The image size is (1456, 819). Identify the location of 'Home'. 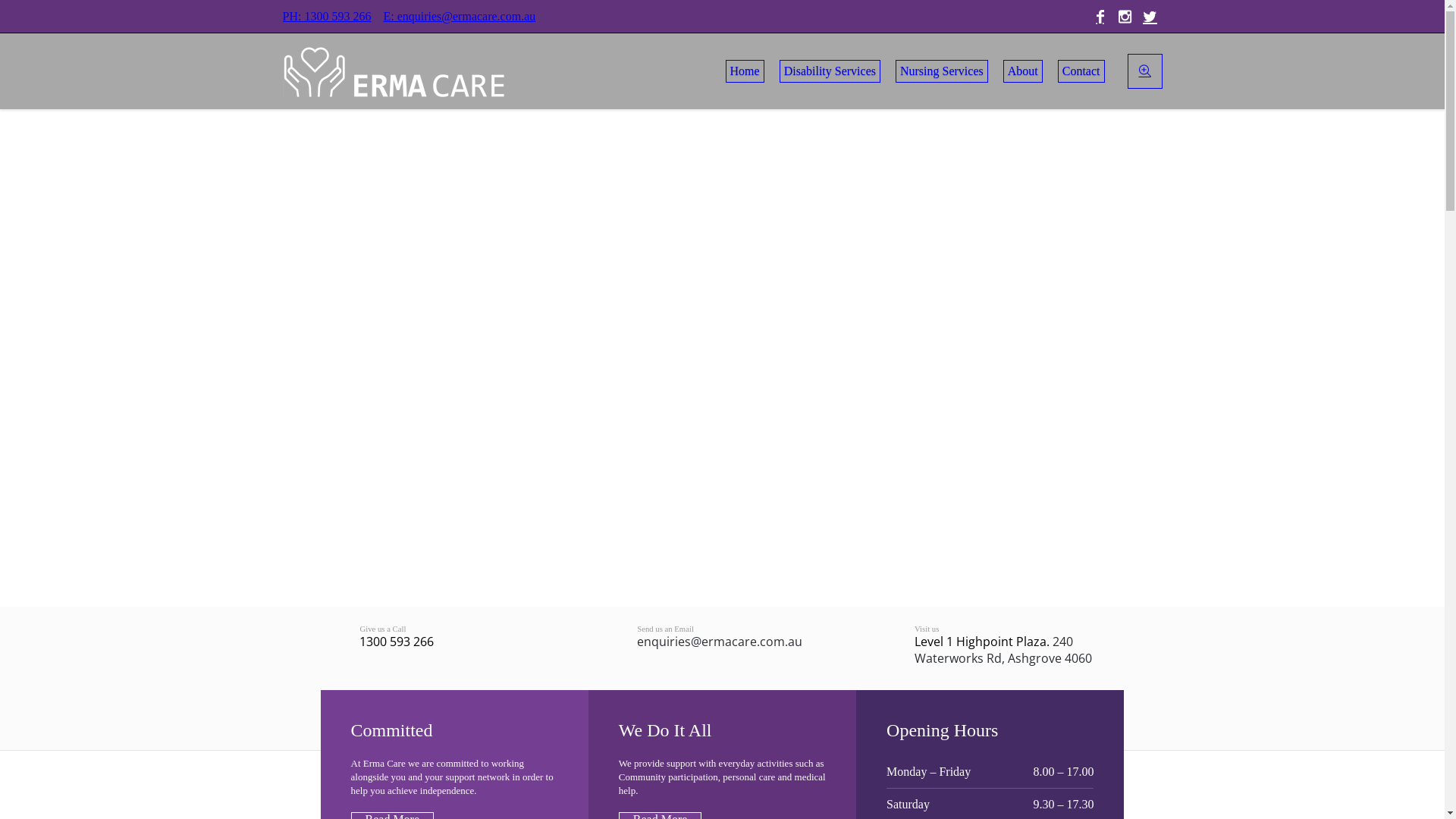
(745, 71).